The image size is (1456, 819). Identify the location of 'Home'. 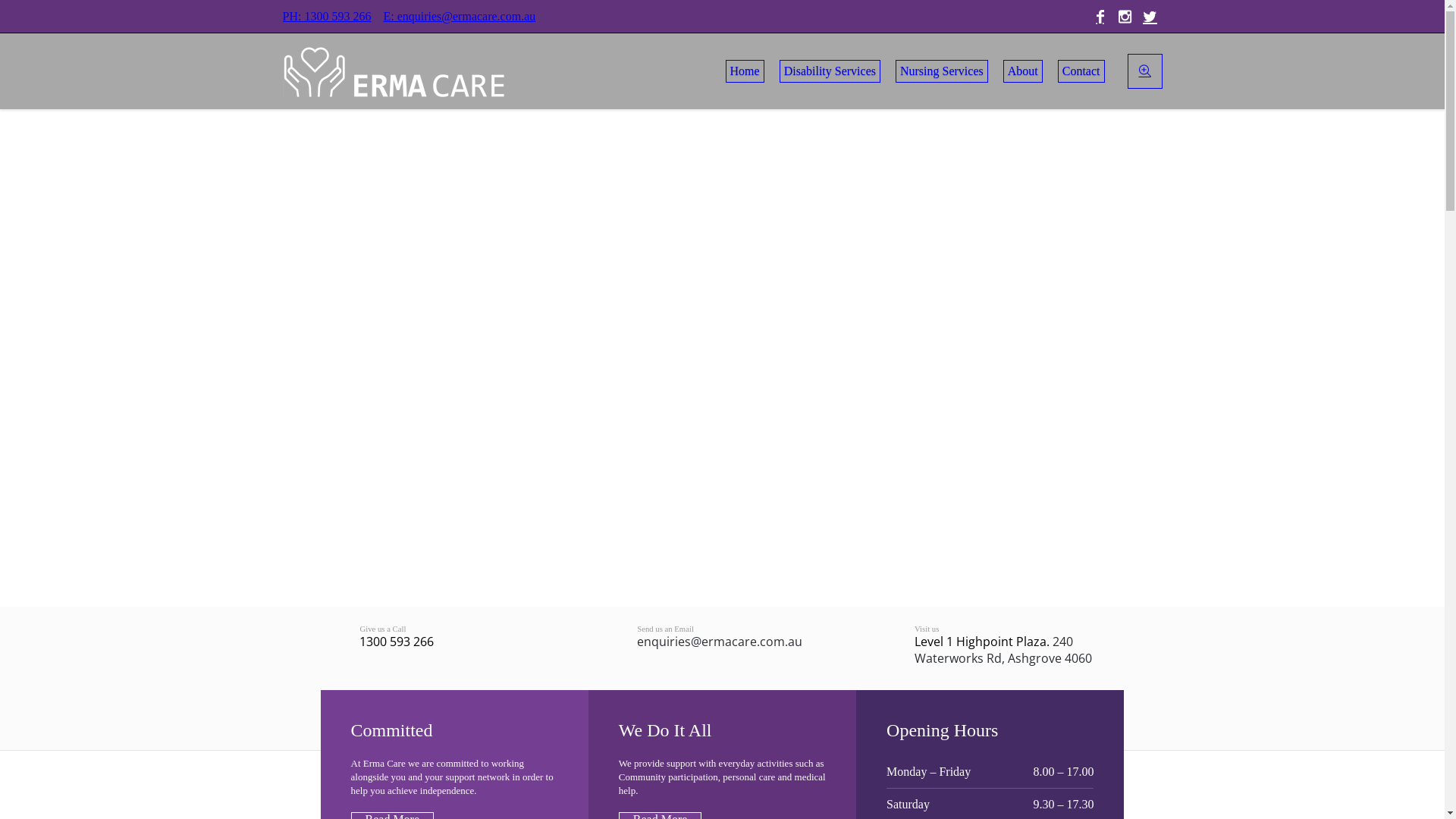
(745, 71).